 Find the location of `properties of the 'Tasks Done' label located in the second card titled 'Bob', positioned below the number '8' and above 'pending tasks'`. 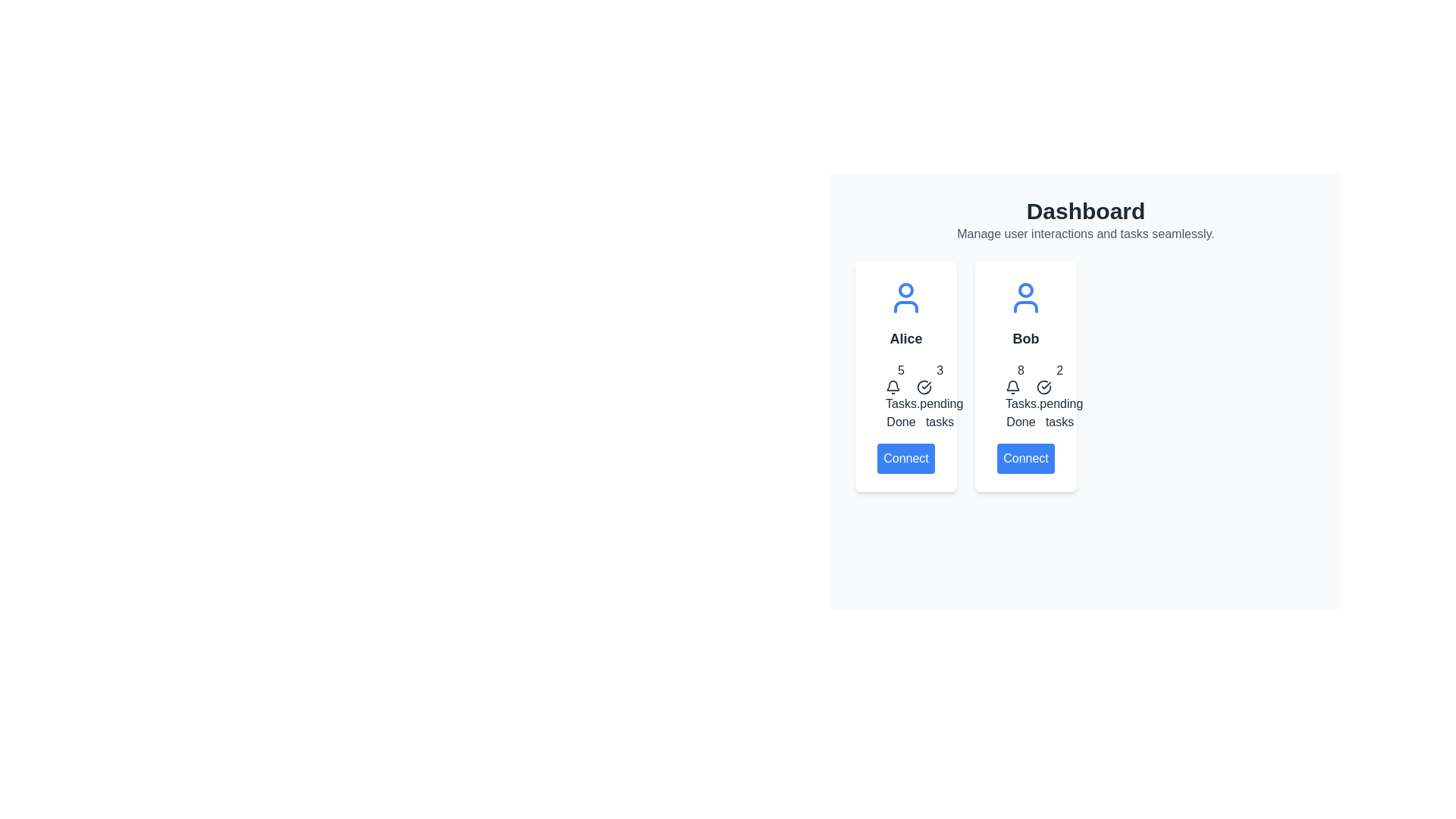

properties of the 'Tasks Done' label located in the second card titled 'Bob', positioned below the number '8' and above 'pending tasks' is located at coordinates (1021, 413).